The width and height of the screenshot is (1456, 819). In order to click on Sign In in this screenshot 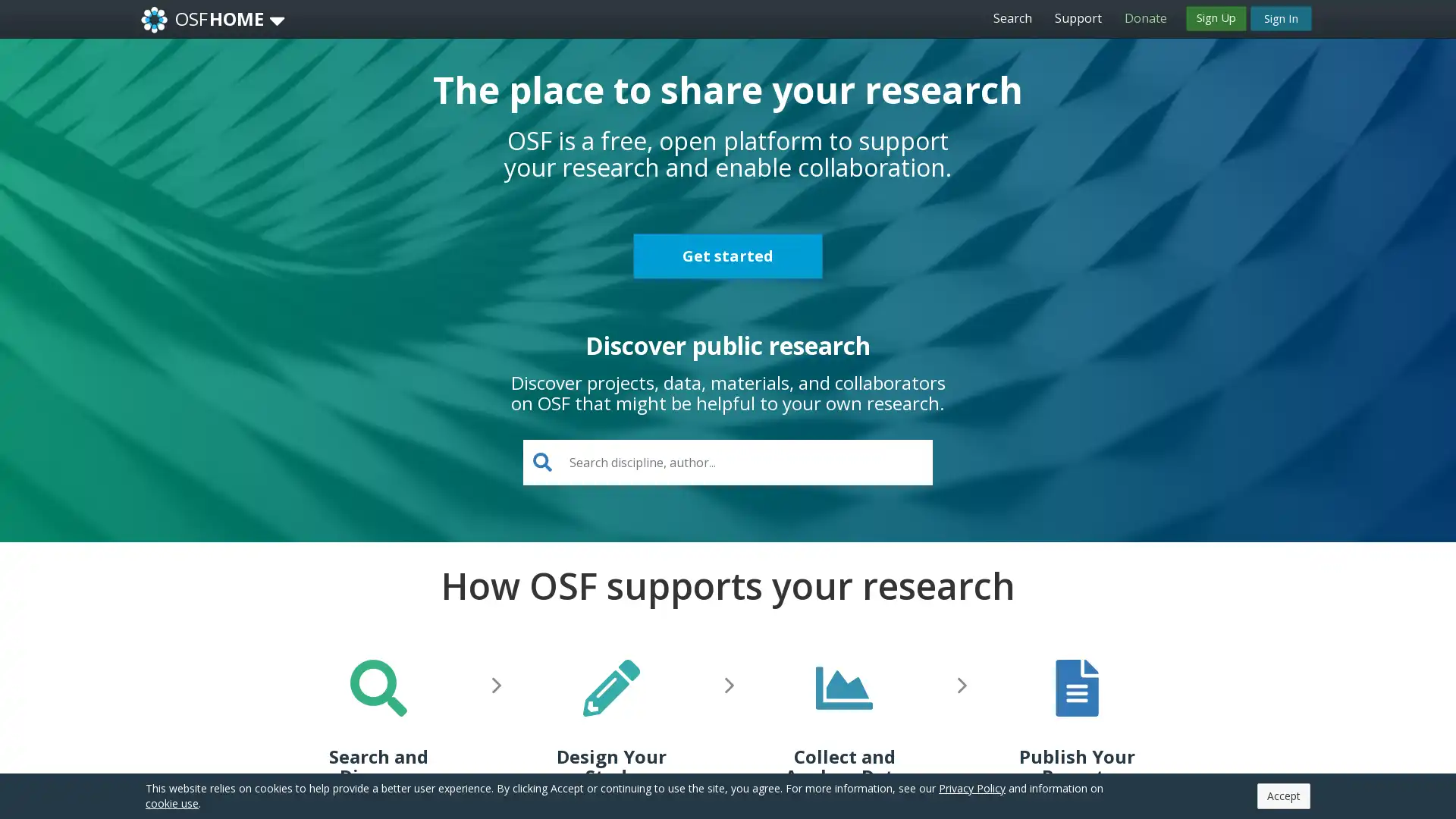, I will do `click(1280, 17)`.